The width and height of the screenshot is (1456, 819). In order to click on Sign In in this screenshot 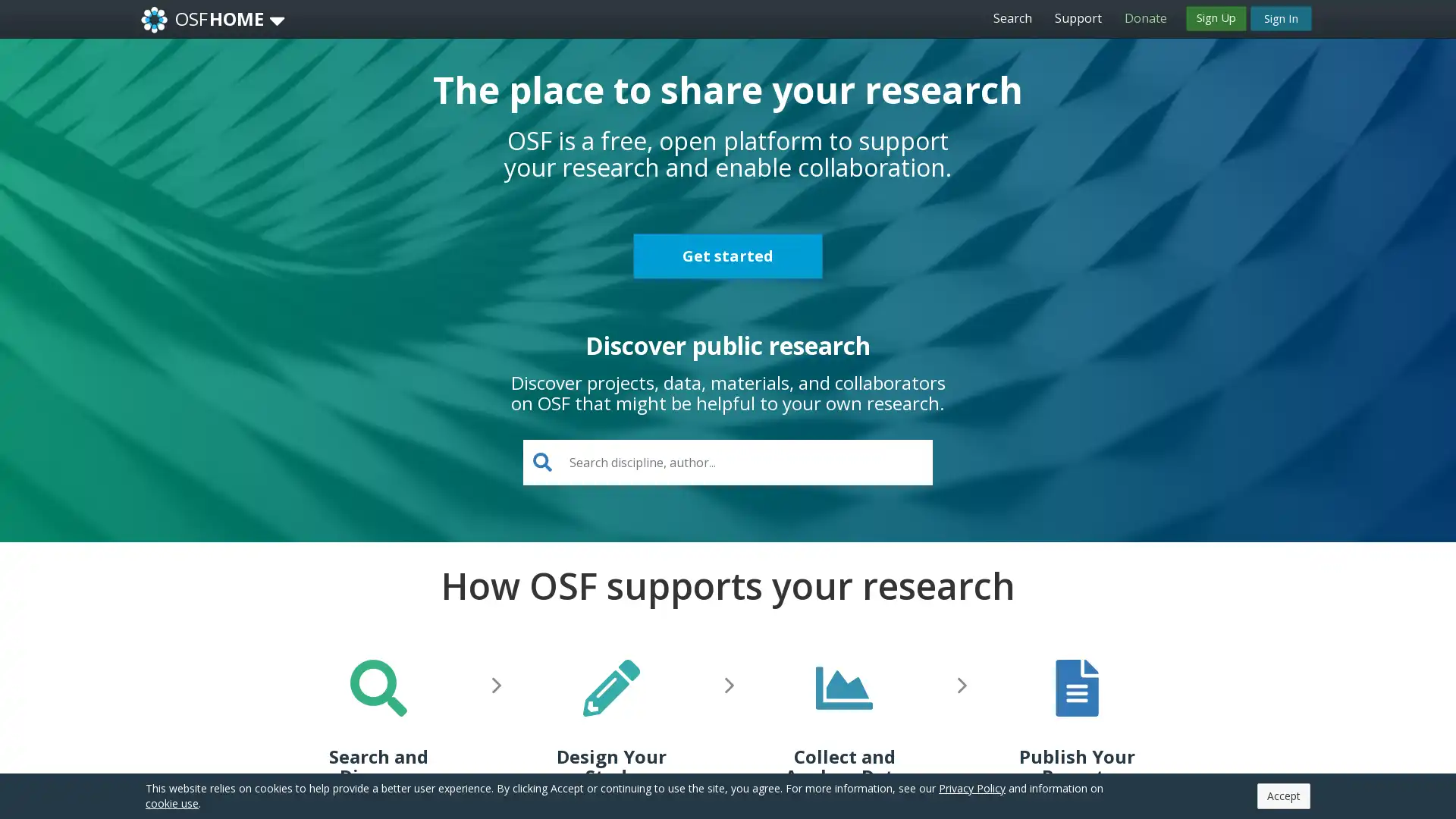, I will do `click(1280, 17)`.